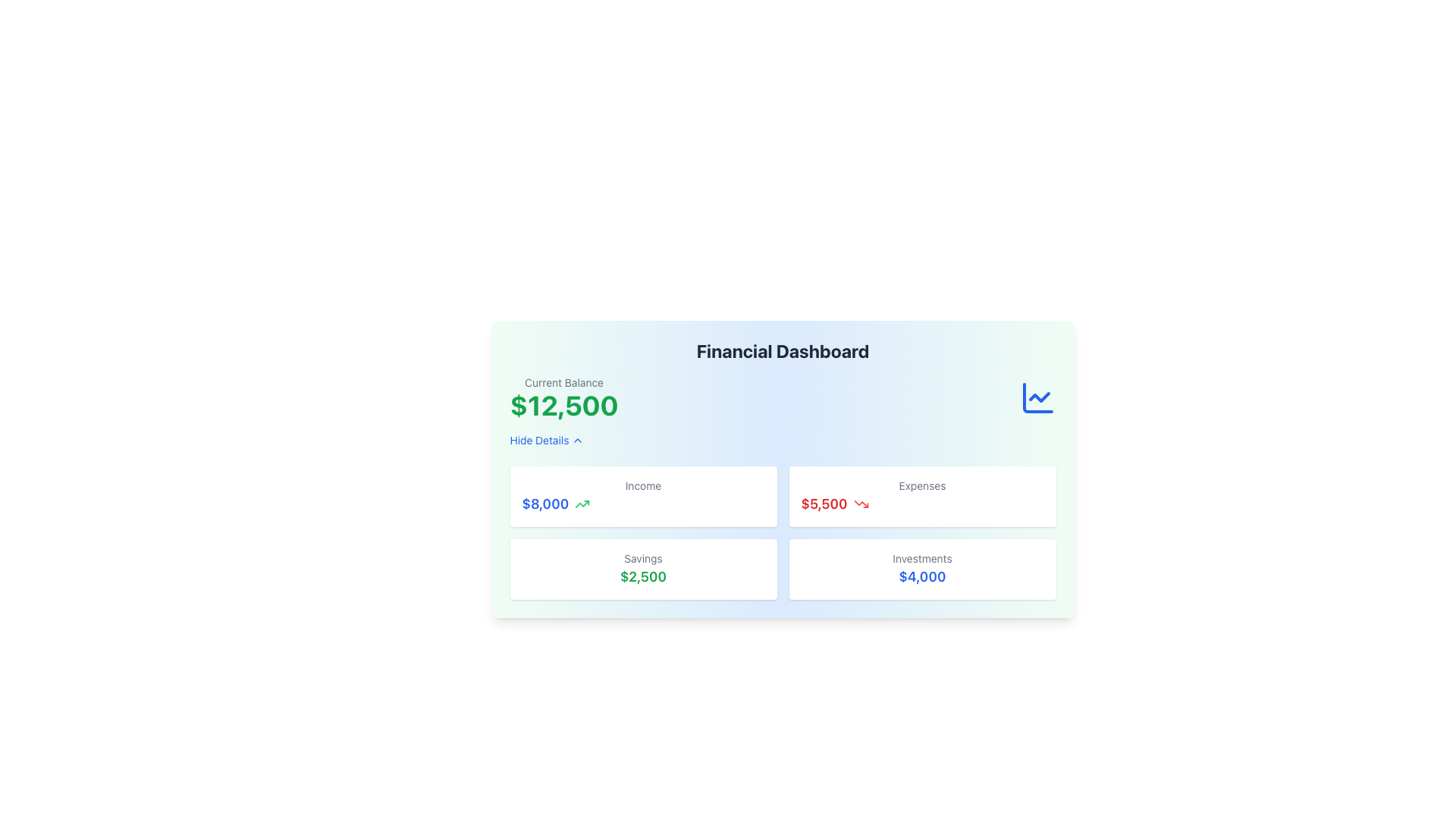 The height and width of the screenshot is (819, 1456). What do you see at coordinates (643, 558) in the screenshot?
I see `the 'Savings' text label located in the white rounded-corner box at the bottom left section of the financial dashboard` at bounding box center [643, 558].